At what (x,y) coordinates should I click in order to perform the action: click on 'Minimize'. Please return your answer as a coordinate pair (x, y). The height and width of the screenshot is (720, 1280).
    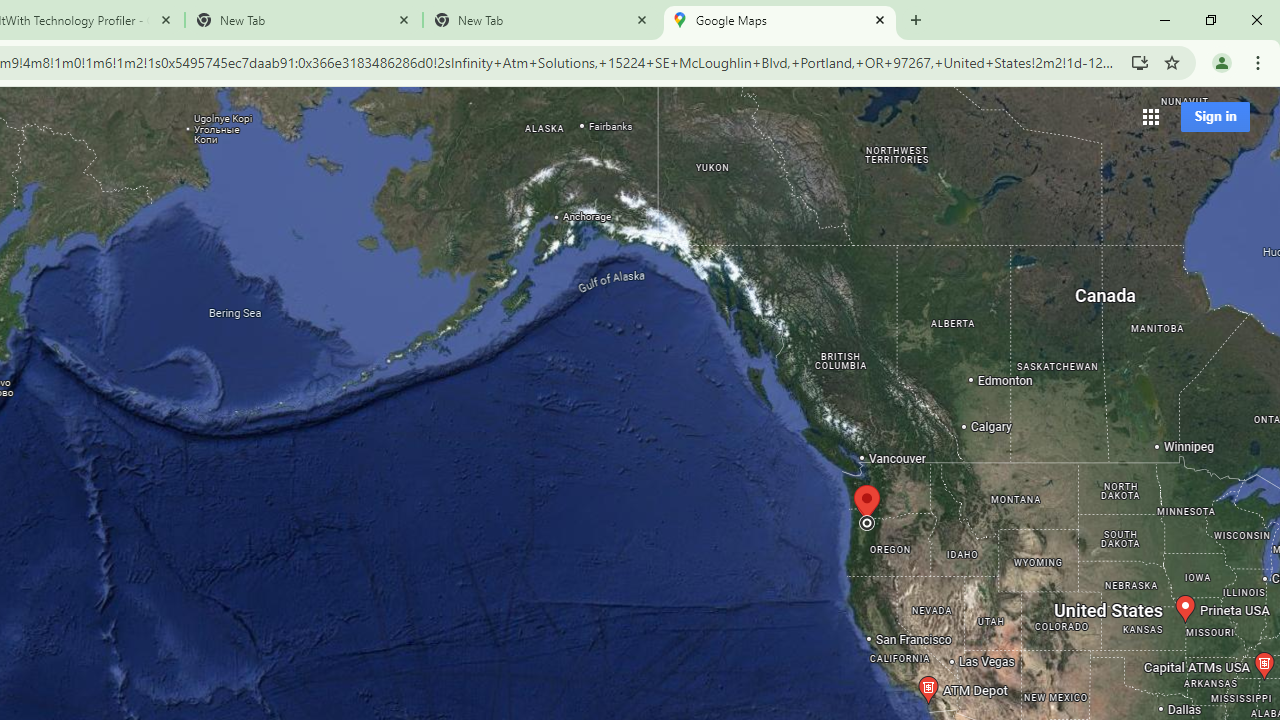
    Looking at the image, I should click on (1165, 20).